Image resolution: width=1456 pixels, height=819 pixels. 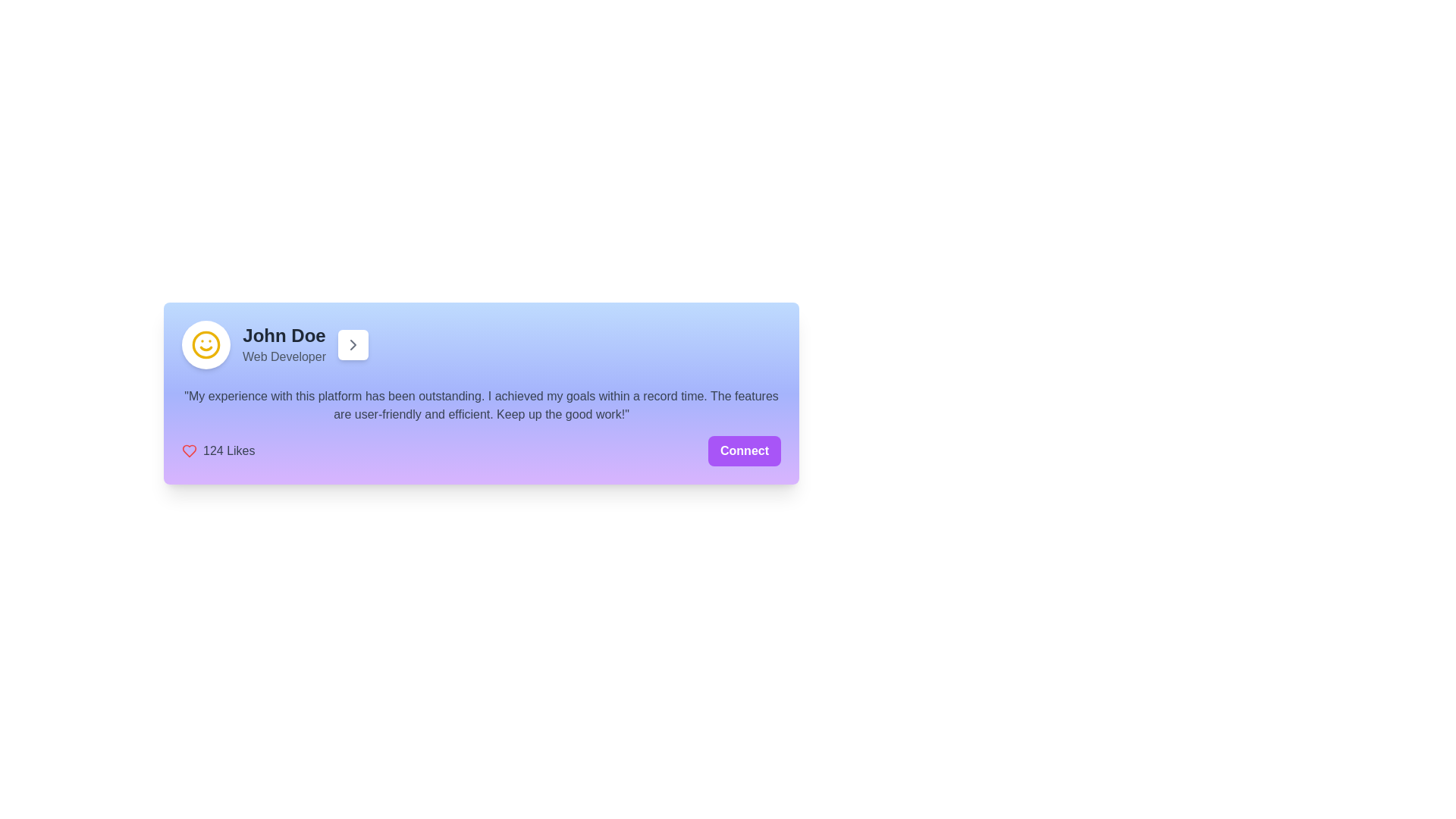 What do you see at coordinates (188, 450) in the screenshot?
I see `the heart-shaped SVG icon with a red fill color located at the bottom left of the card component` at bounding box center [188, 450].